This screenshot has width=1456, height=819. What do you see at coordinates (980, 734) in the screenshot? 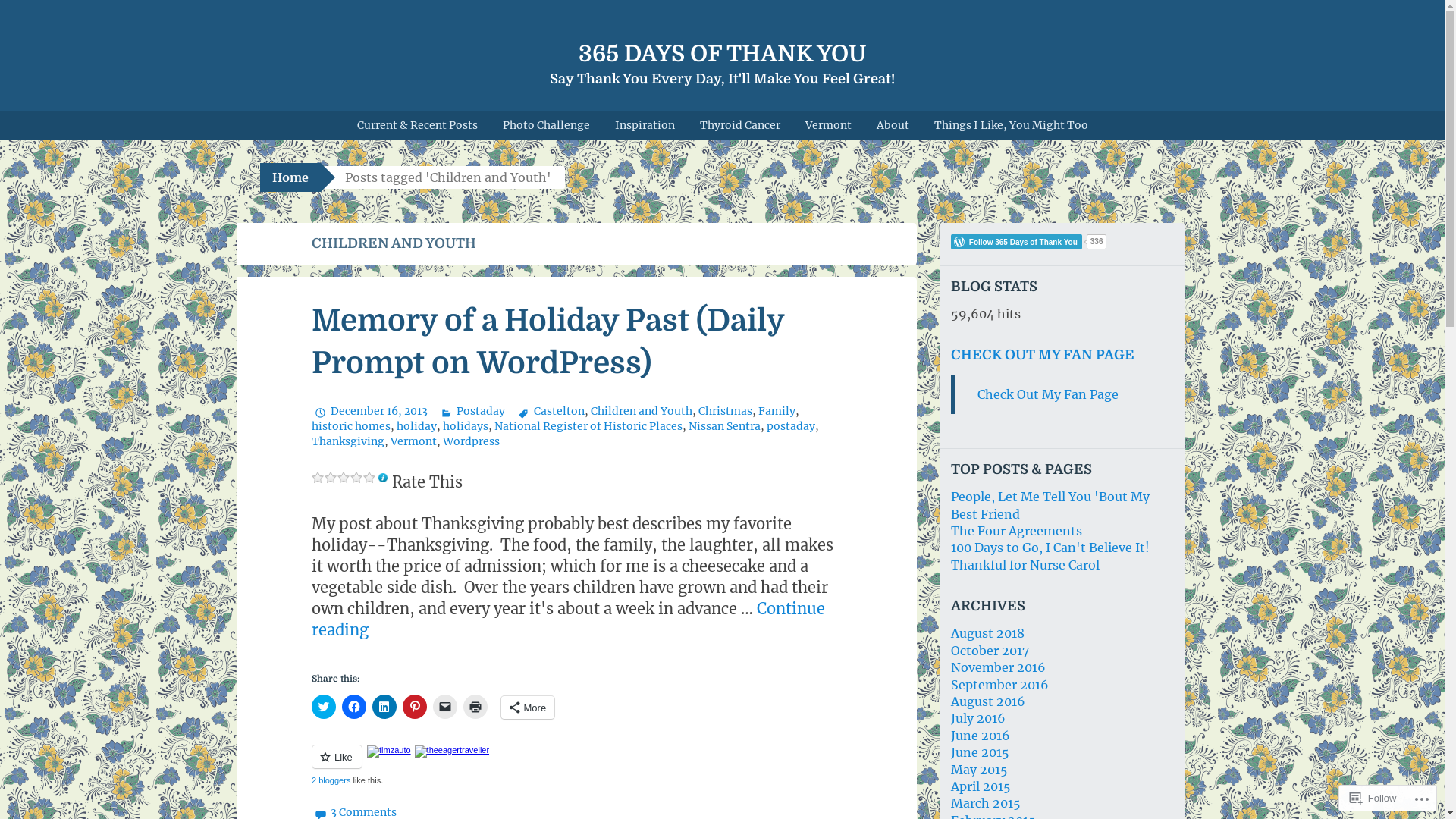
I see `'June 2016'` at bounding box center [980, 734].